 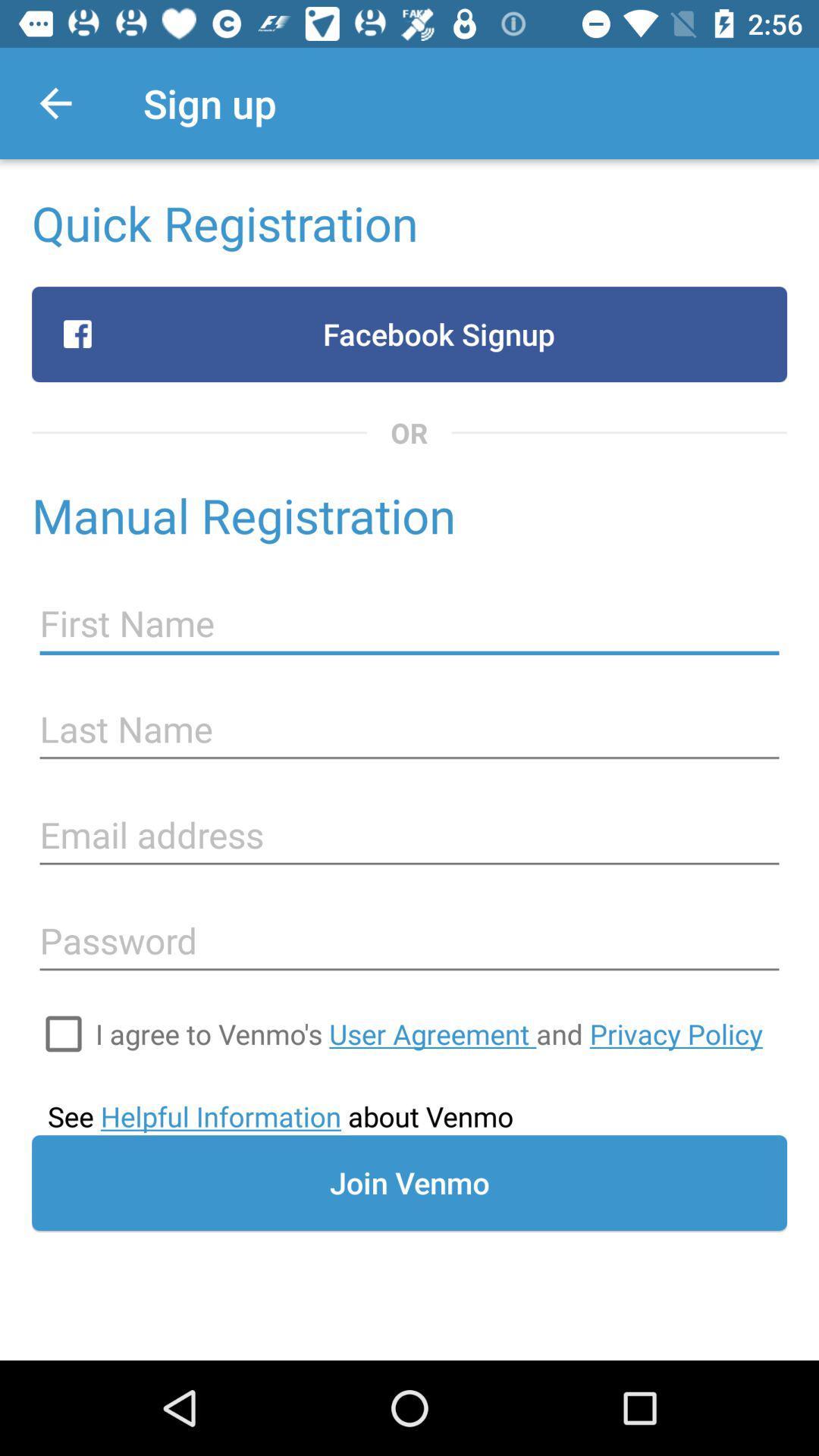 I want to click on password, so click(x=409, y=940).